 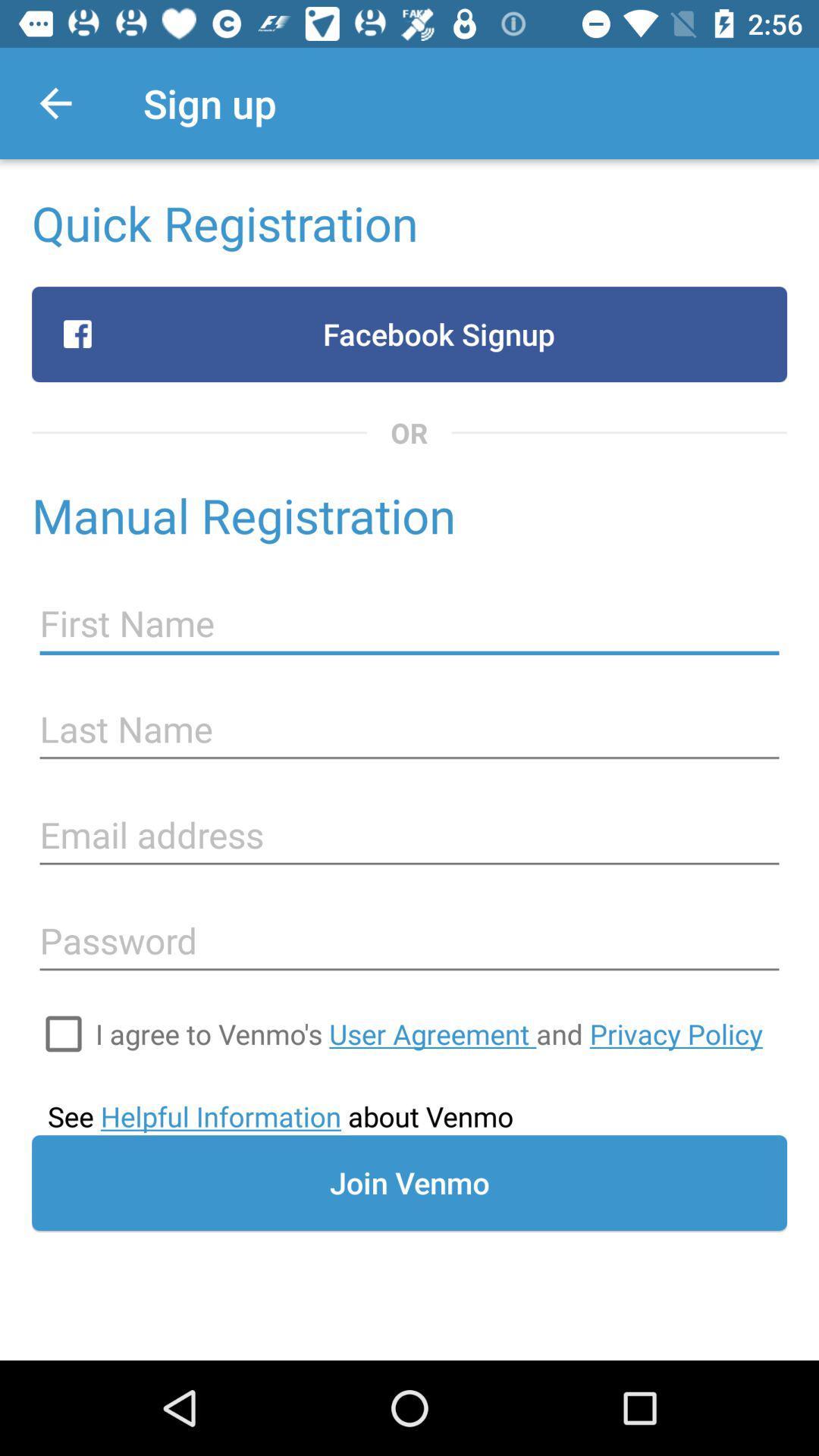 I want to click on password, so click(x=409, y=940).